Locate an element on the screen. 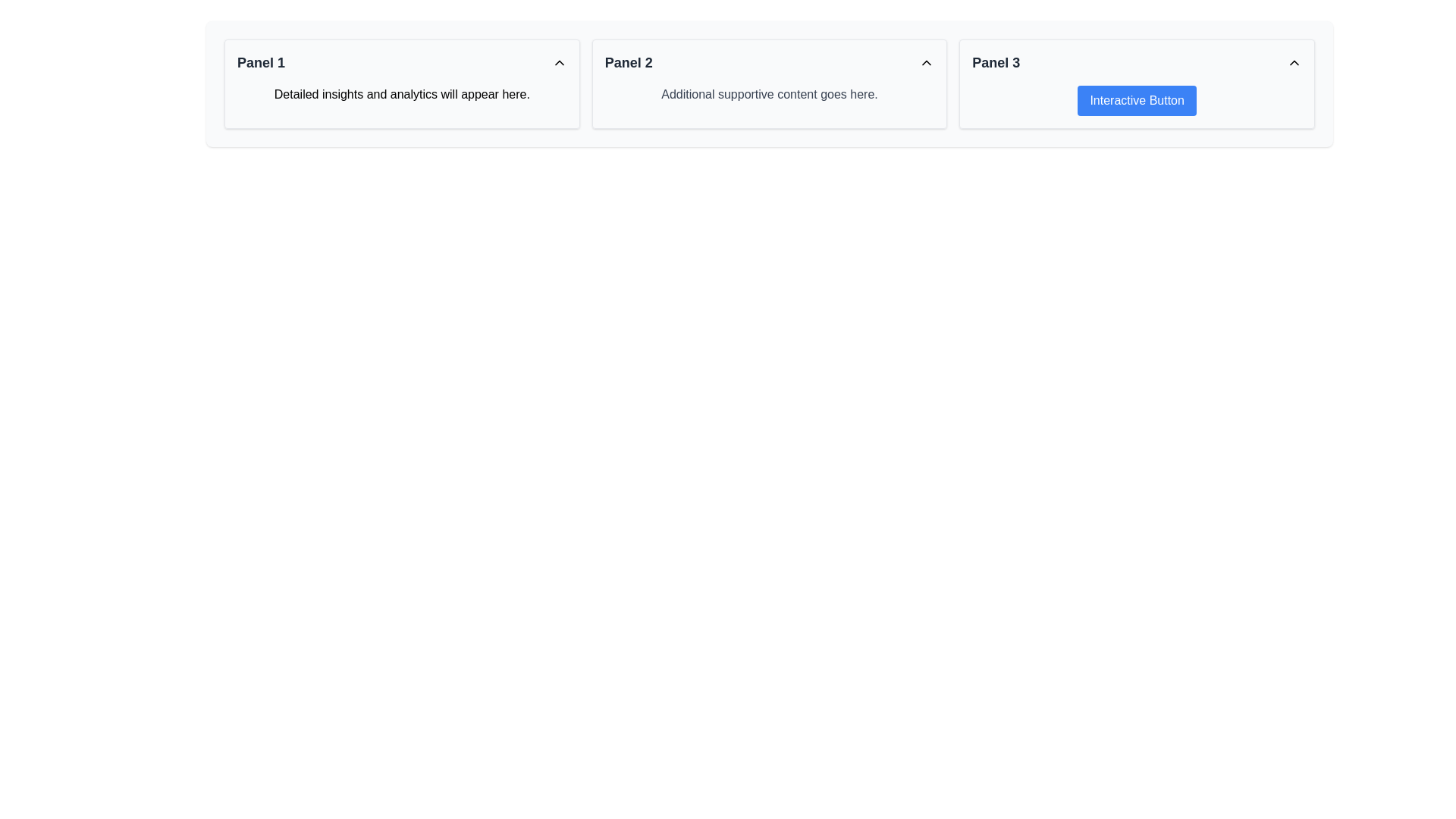  the upward-pointing chevron icon located on the right side of the header in 'Panel 1' is located at coordinates (558, 62).